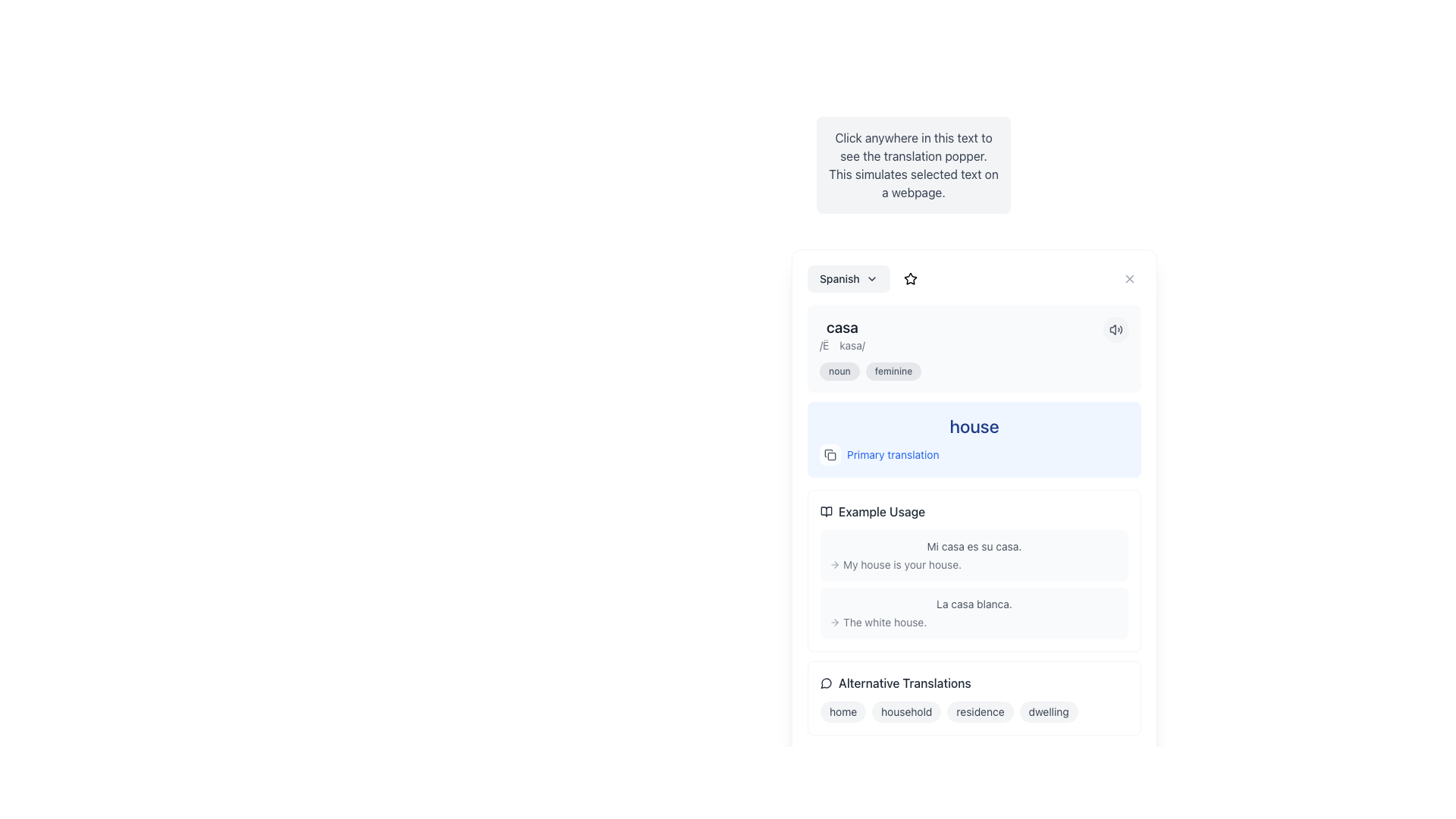  I want to click on the audio output or volume control icon located at the top-right corner of the interface, which is represented by a rounded, gray background, so click(1116, 329).